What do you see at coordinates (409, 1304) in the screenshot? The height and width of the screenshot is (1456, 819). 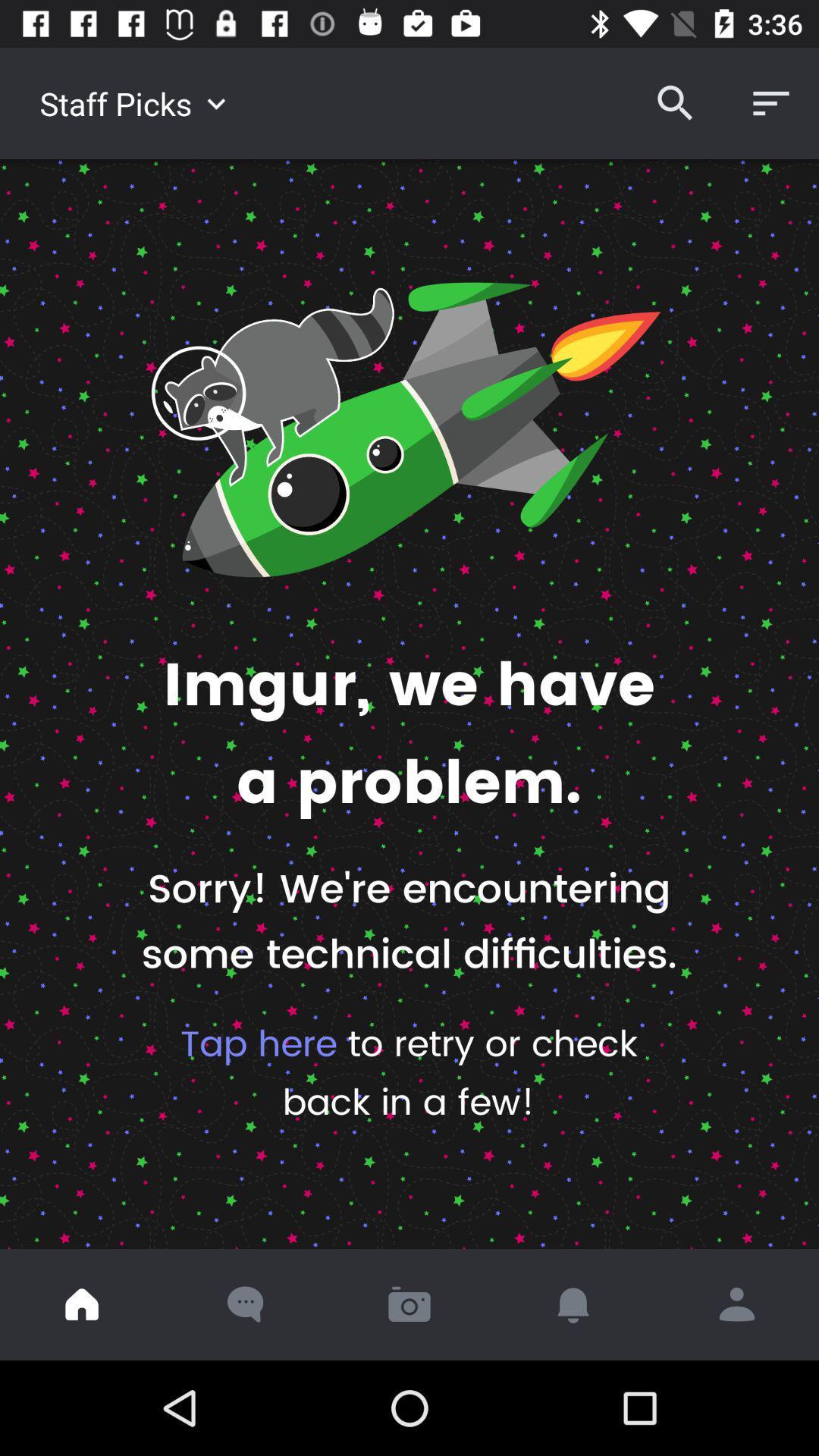 I see `the icon below the tap here to` at bounding box center [409, 1304].